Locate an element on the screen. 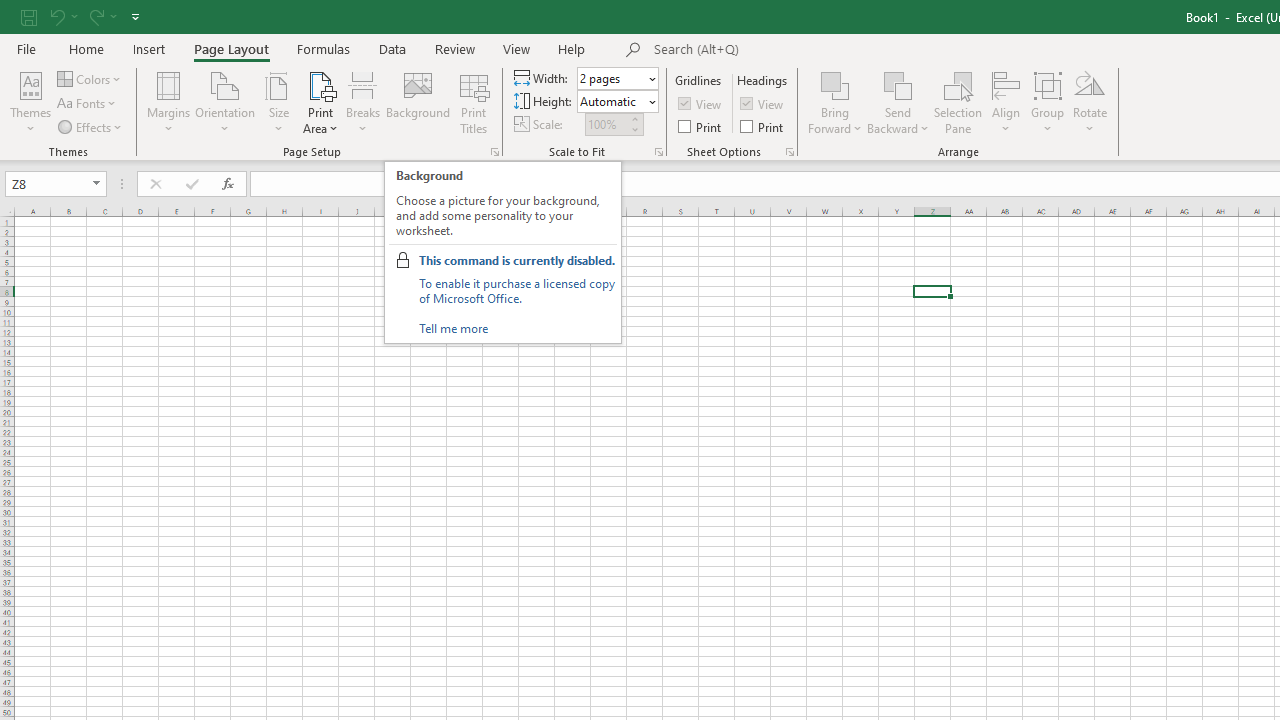 Image resolution: width=1280 pixels, height=720 pixels. 'Rotate' is located at coordinates (1088, 103).